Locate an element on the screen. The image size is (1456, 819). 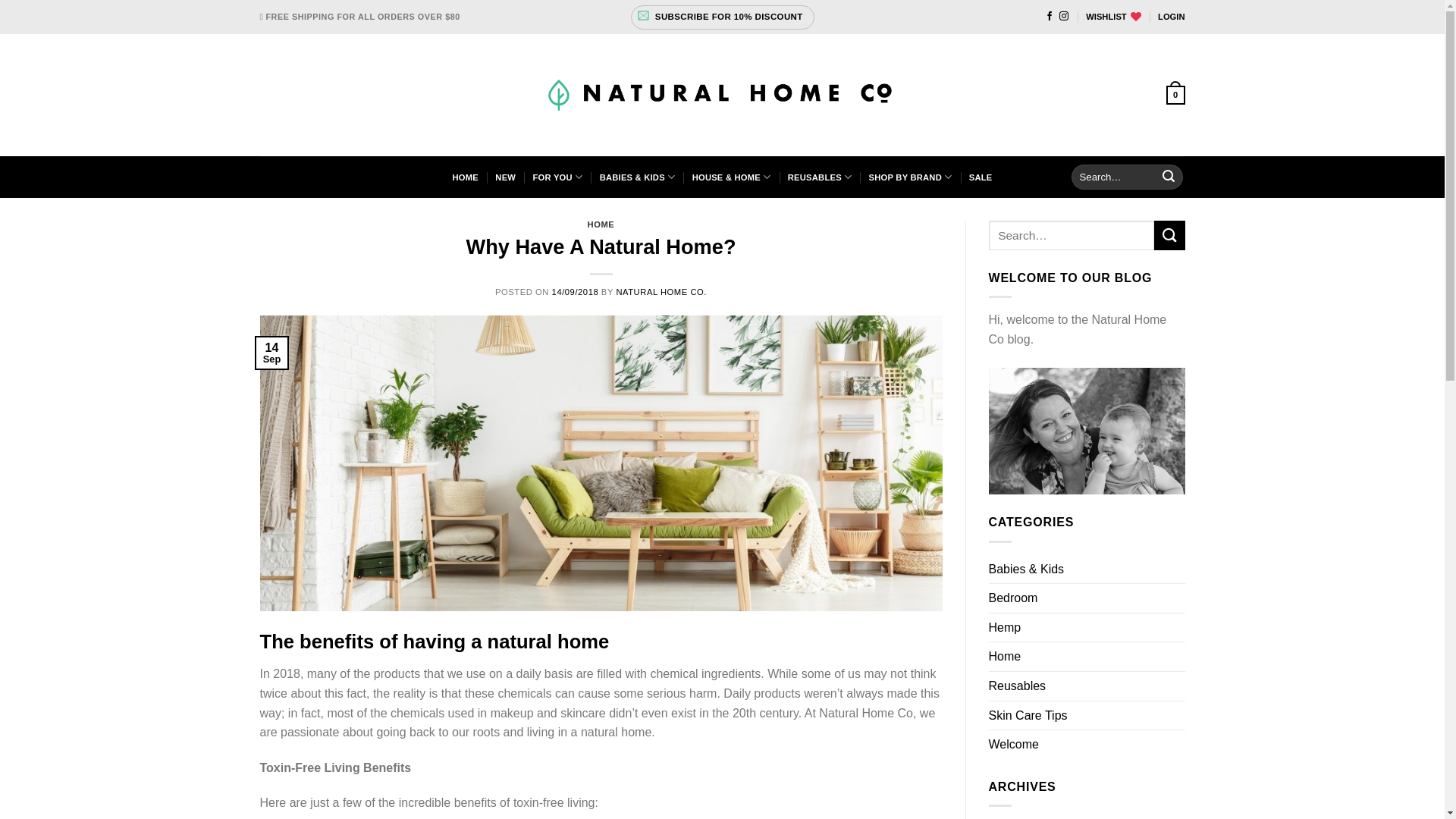
'Welcome' is located at coordinates (989, 744).